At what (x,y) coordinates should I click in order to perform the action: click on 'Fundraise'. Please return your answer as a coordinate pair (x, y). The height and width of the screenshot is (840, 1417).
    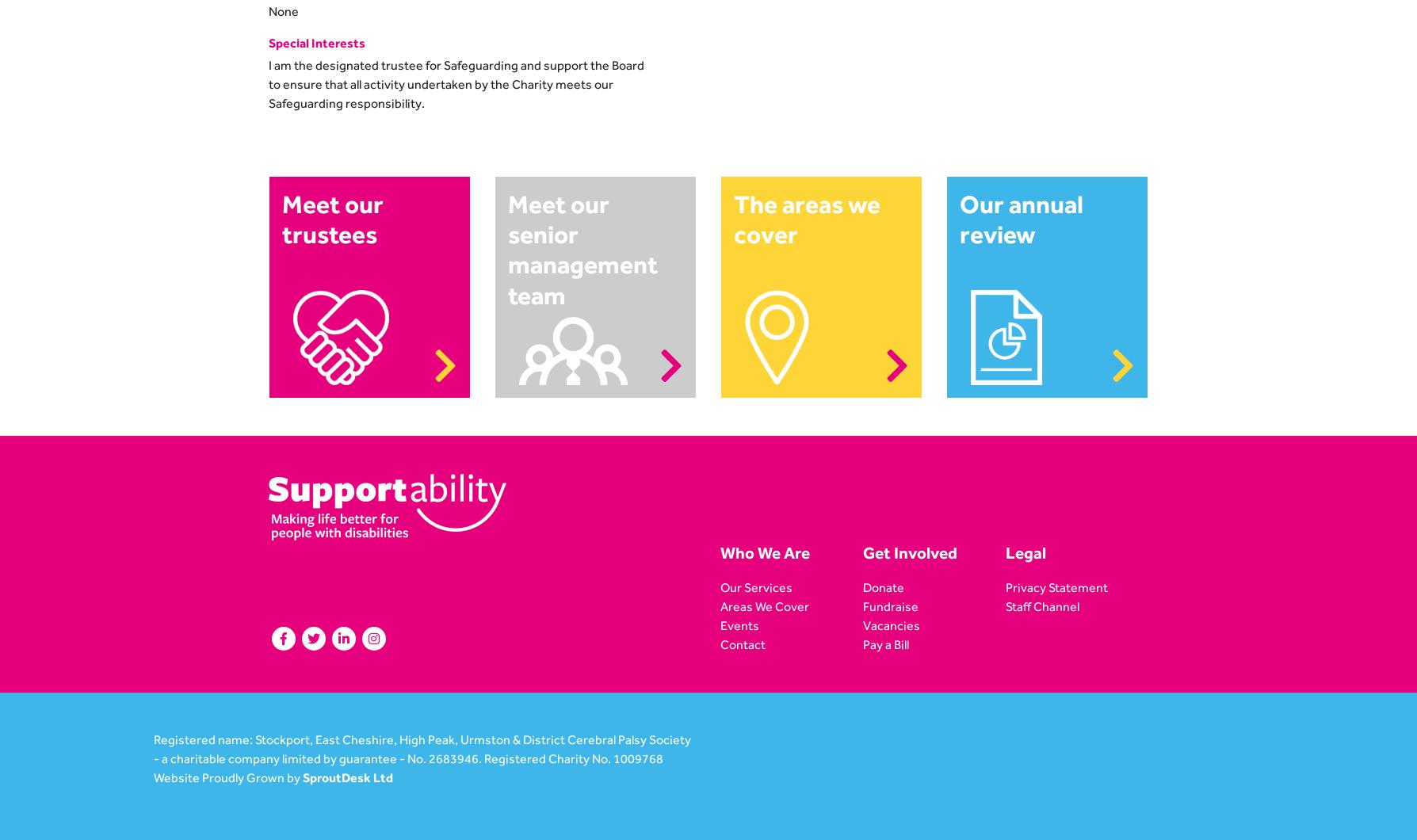
    Looking at the image, I should click on (889, 605).